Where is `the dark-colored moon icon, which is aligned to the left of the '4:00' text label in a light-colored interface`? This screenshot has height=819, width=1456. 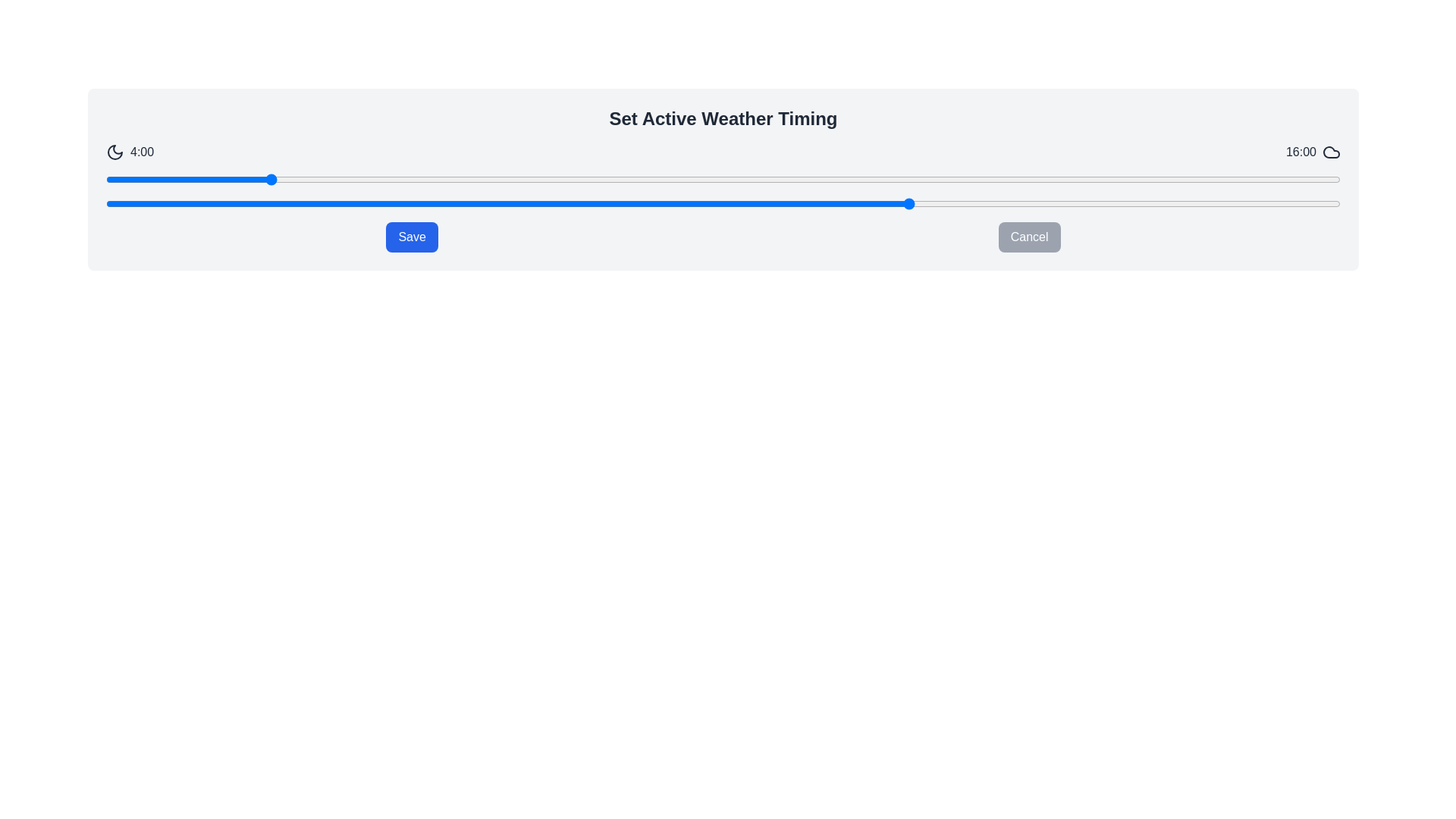 the dark-colored moon icon, which is aligned to the left of the '4:00' text label in a light-colored interface is located at coordinates (115, 152).